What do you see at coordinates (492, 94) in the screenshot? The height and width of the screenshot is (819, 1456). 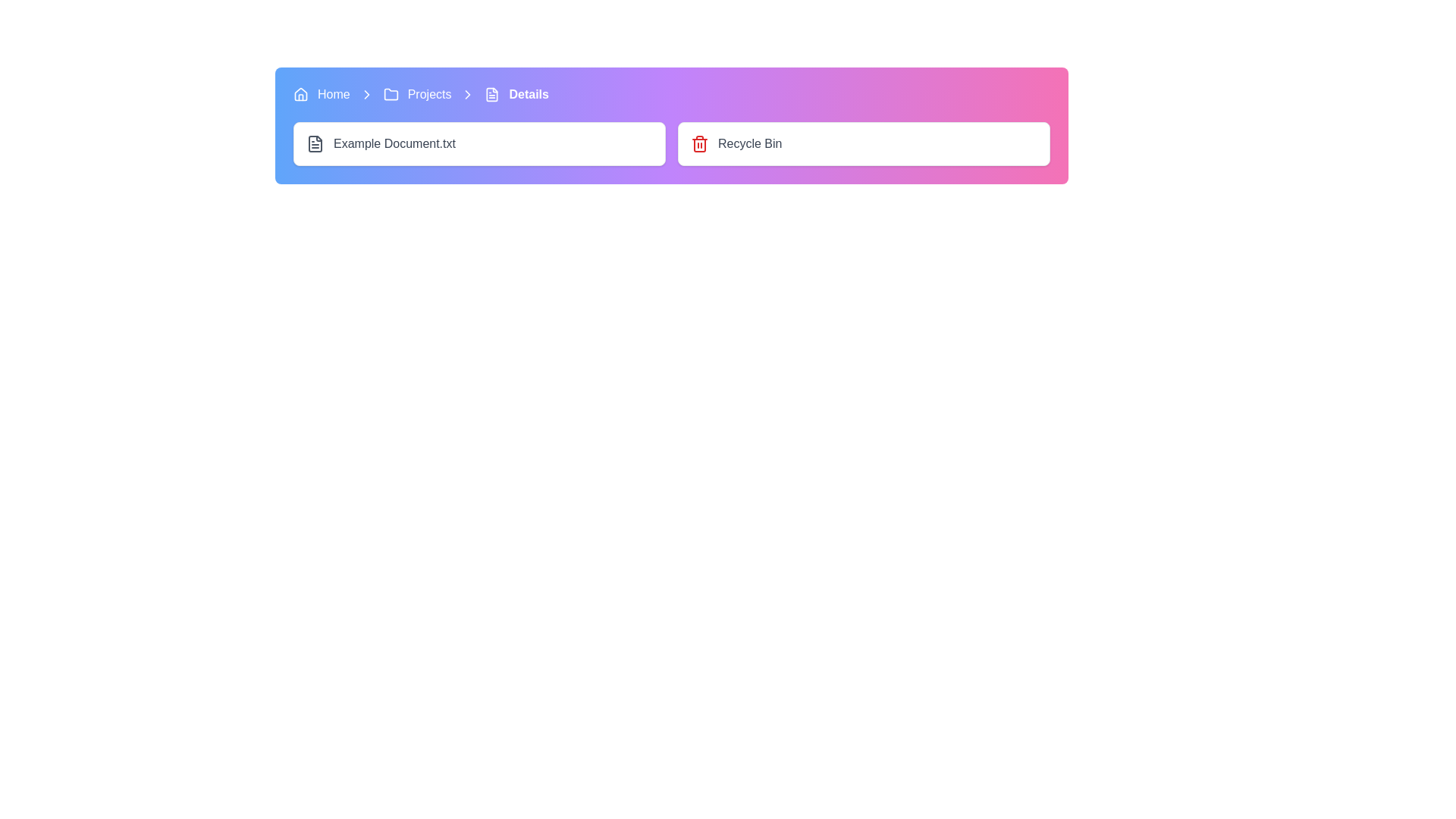 I see `the 'Details' icon in the breadcrumb navigation, which indicates the current location within the application hierarchy` at bounding box center [492, 94].